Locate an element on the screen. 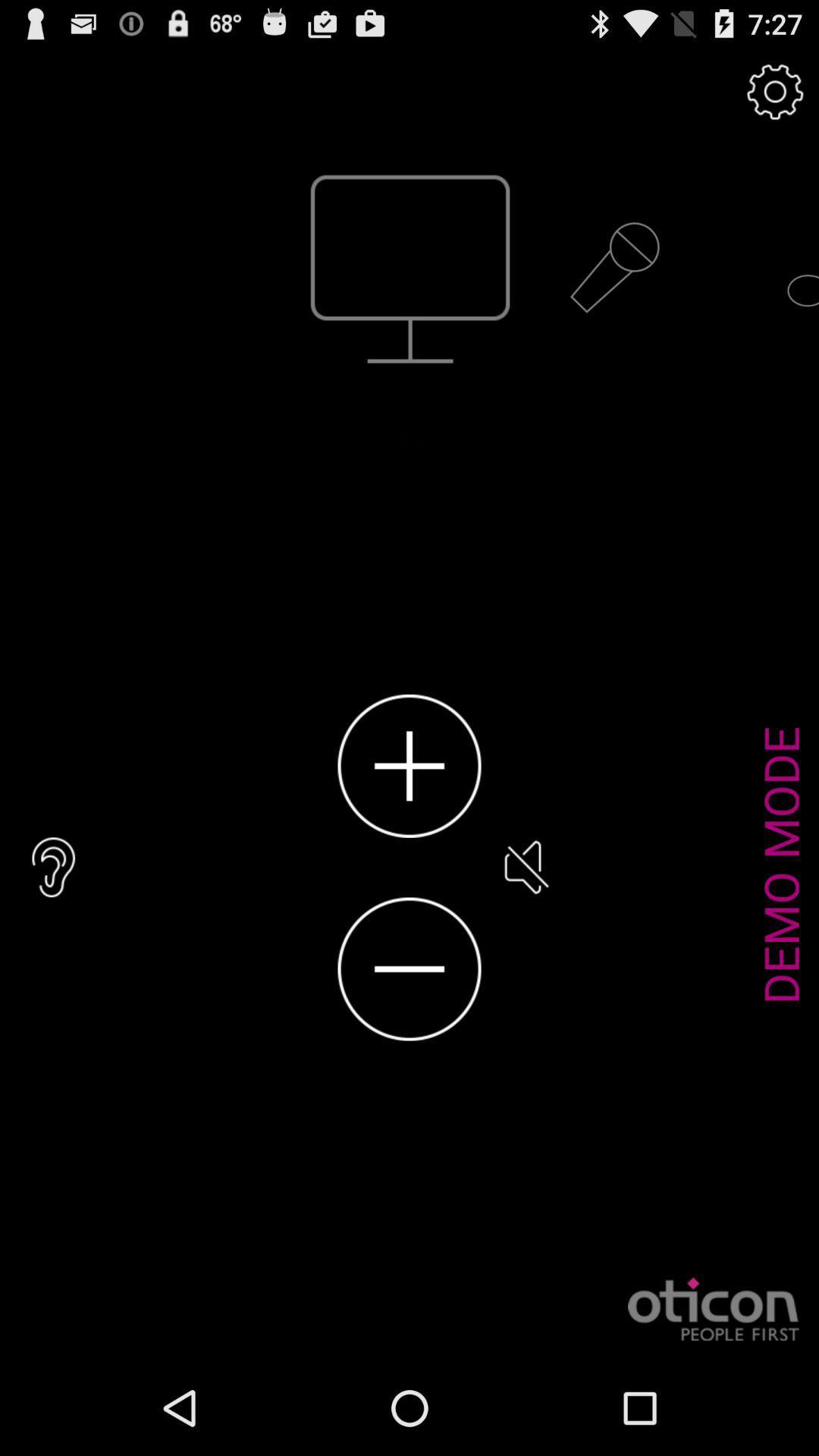 The width and height of the screenshot is (819, 1456). icon next to demo mode is located at coordinates (524, 867).